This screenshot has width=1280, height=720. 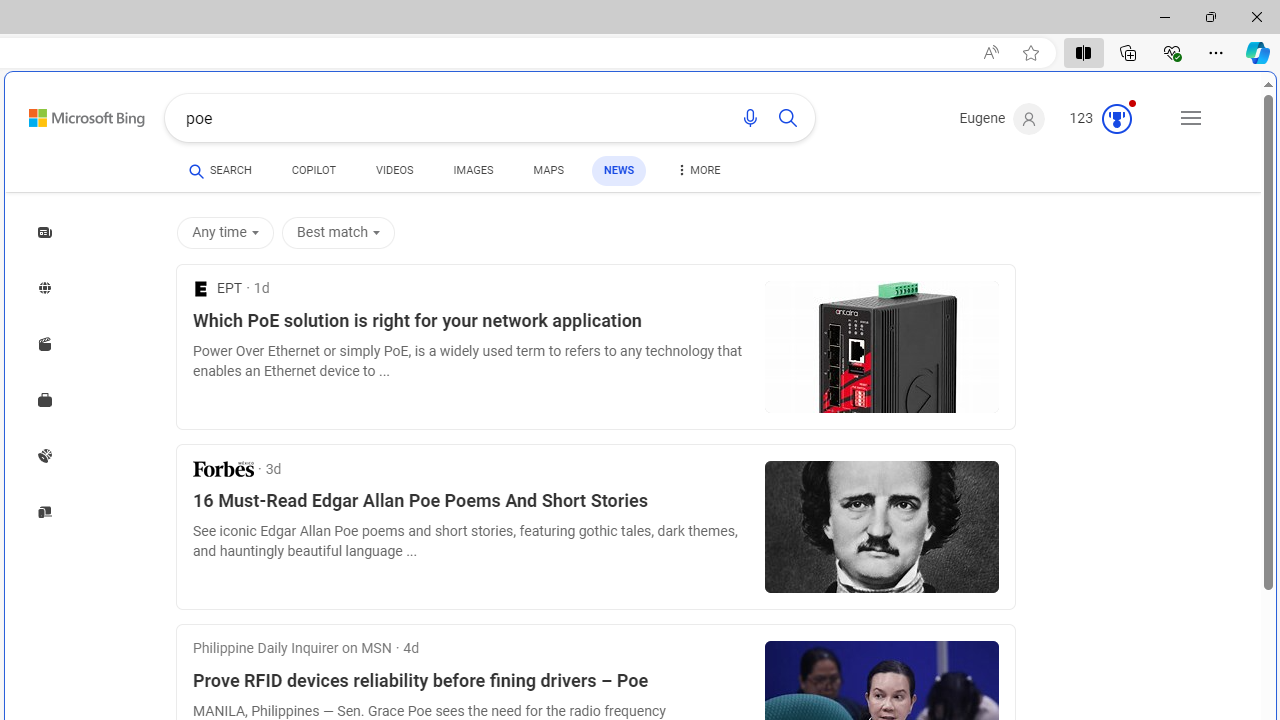 I want to click on 'Search button', so click(x=786, y=118).